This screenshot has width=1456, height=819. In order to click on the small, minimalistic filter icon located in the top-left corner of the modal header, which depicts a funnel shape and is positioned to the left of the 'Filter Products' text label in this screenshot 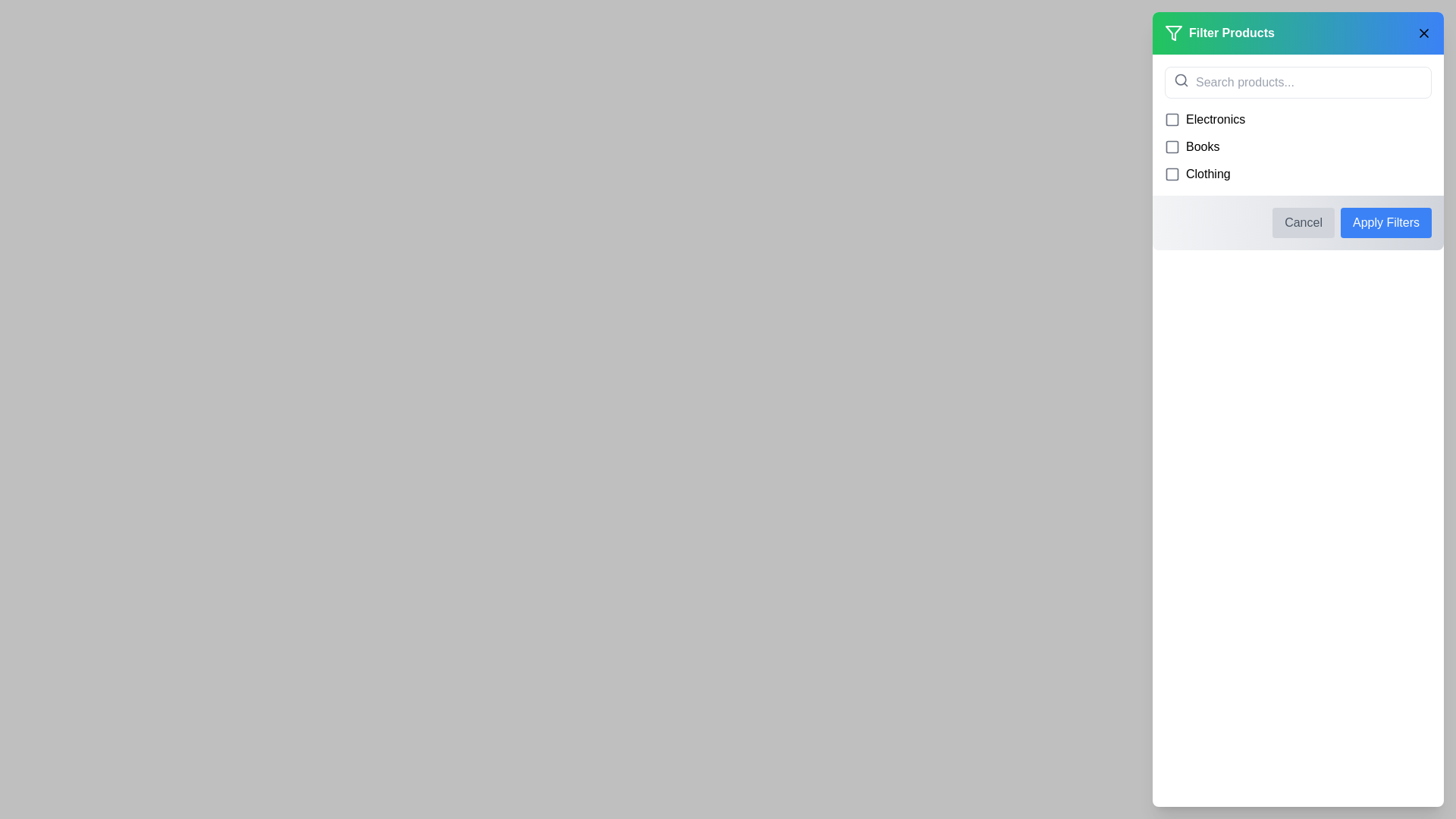, I will do `click(1173, 33)`.